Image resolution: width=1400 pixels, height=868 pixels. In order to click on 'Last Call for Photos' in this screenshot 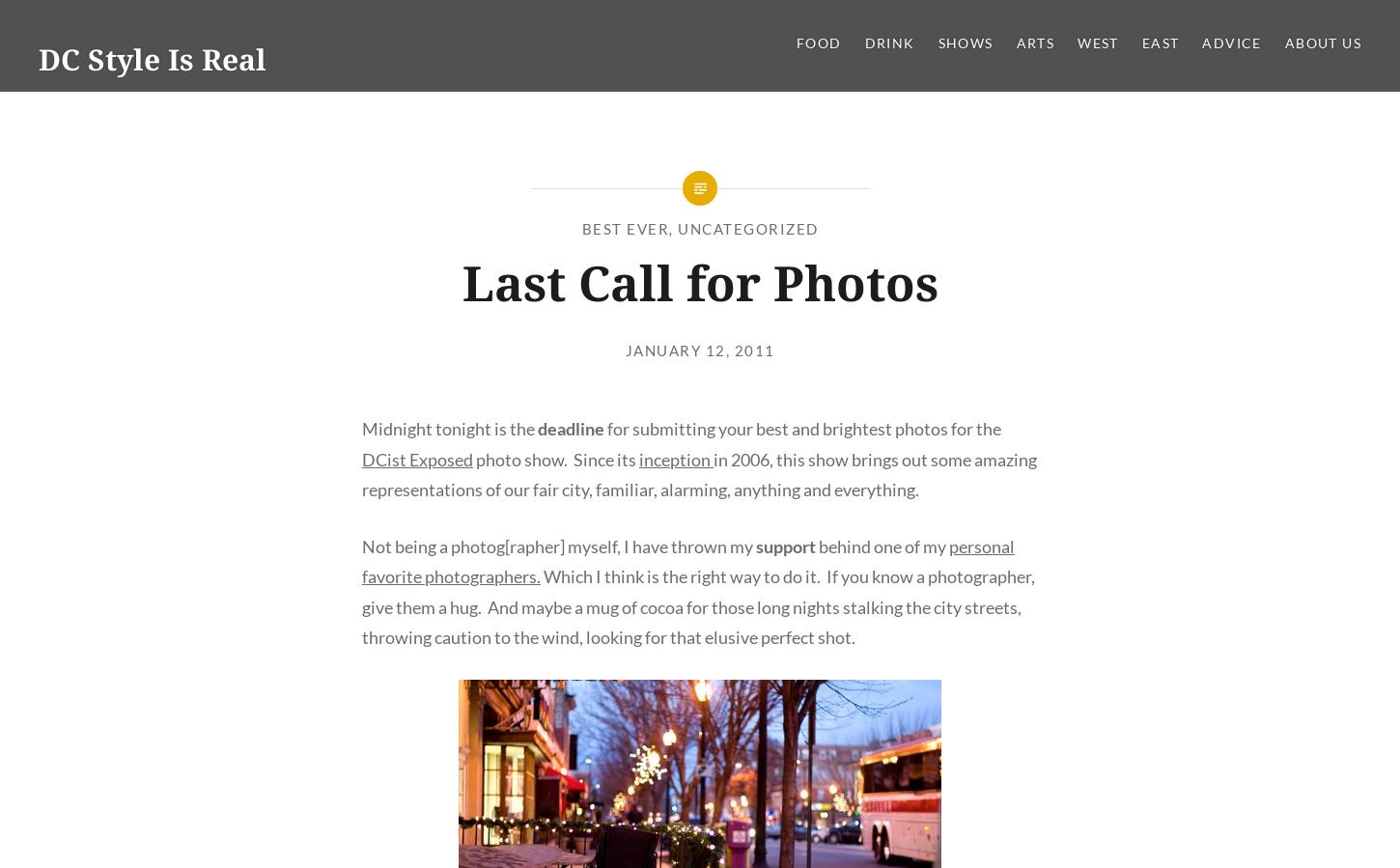, I will do `click(698, 282)`.